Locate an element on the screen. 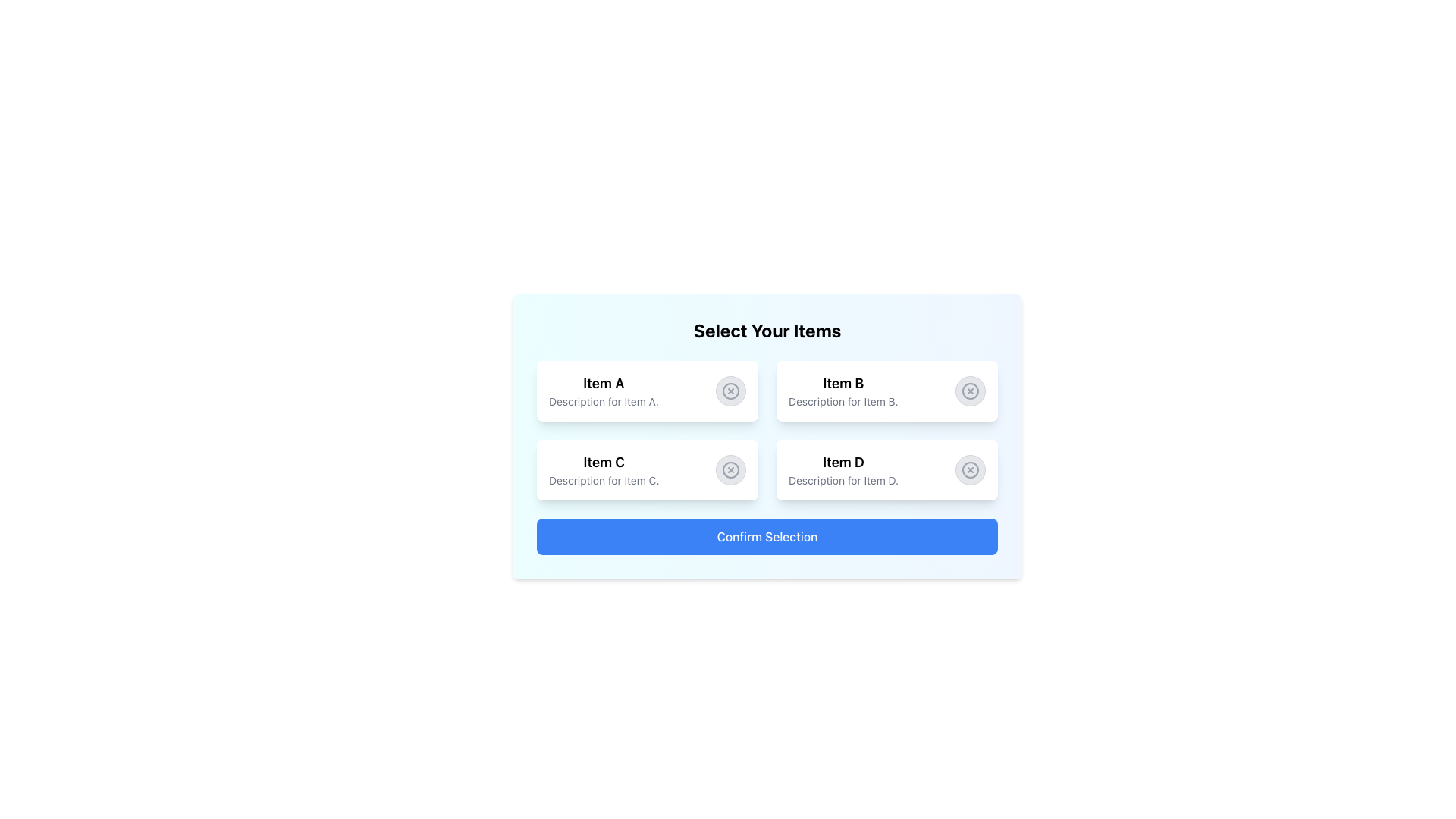 This screenshot has height=819, width=1456. the non-interactive text label providing information about 'Item B', located beneath the 'Item B' label in the second card of the grid layout within the 'Select Your Items' panel is located at coordinates (843, 400).